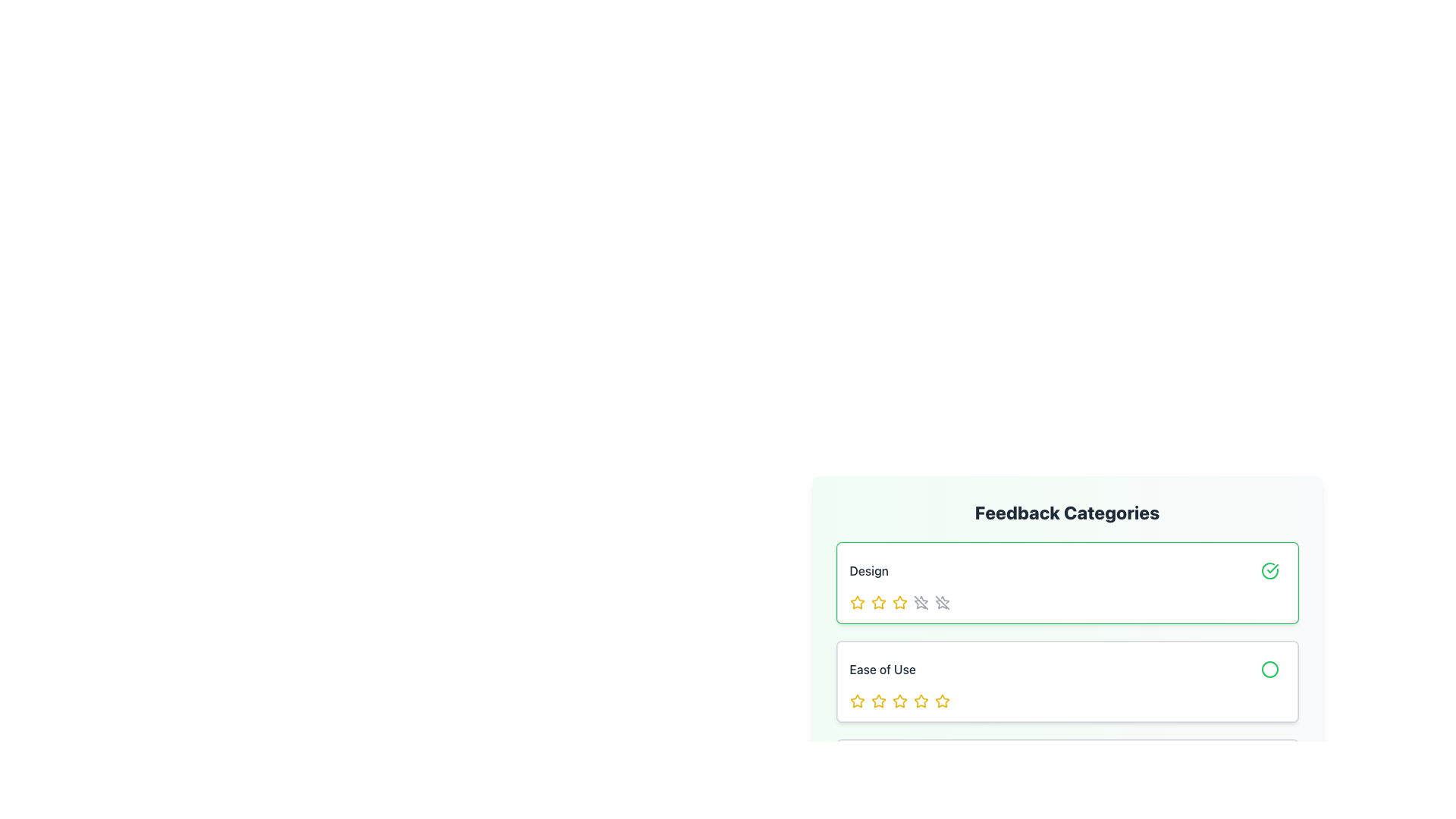  Describe the element at coordinates (878, 601) in the screenshot. I see `the second star icon in the 'Design' feedback section` at that location.